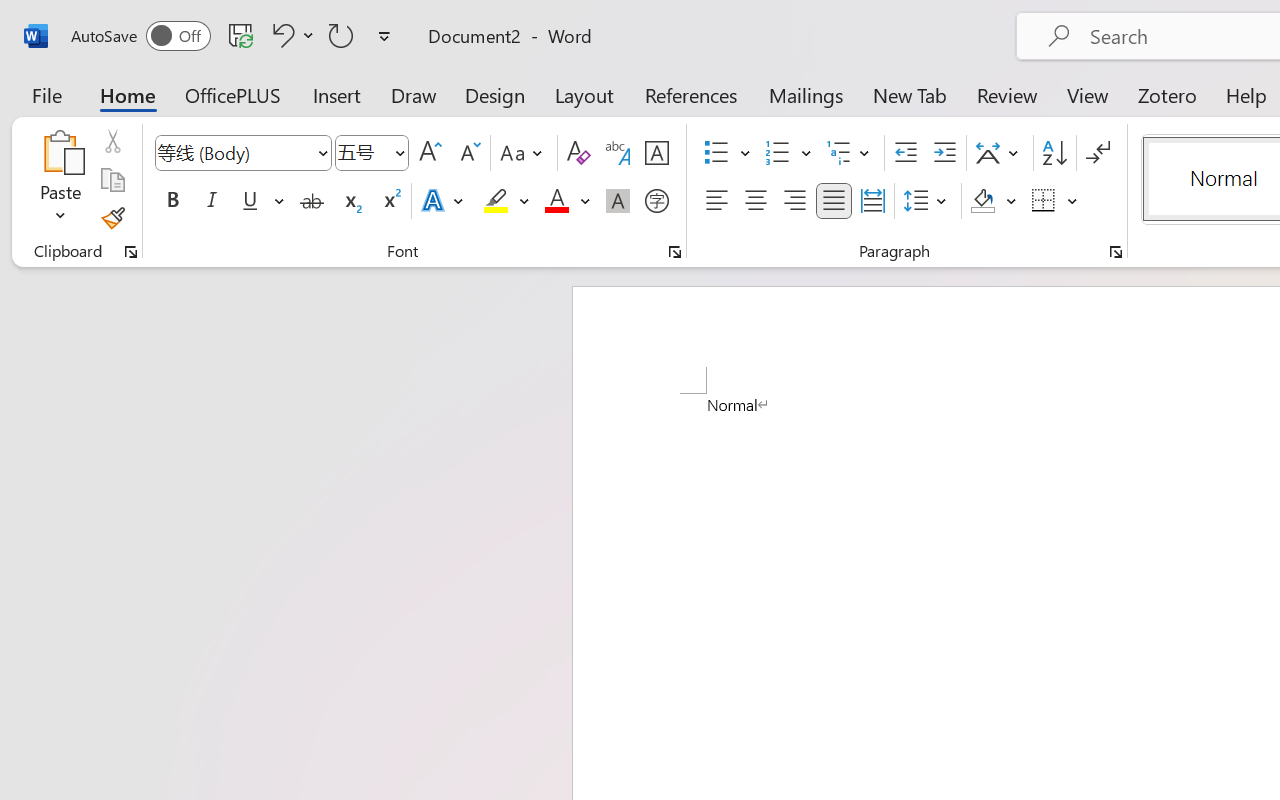 This screenshot has width=1280, height=800. I want to click on 'Increase Indent', so click(943, 153).